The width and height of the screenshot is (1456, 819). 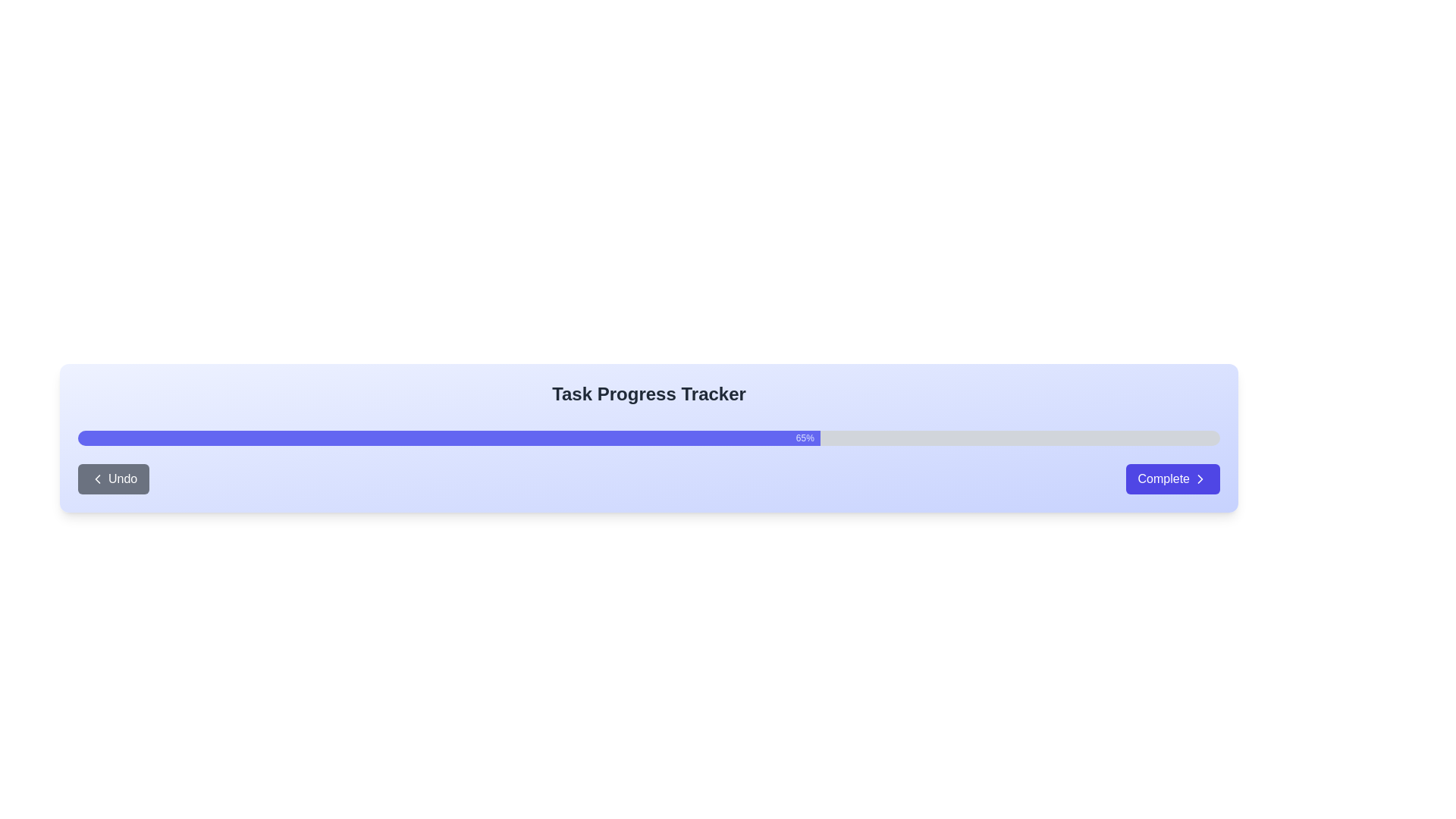 I want to click on the filled portion of the progress bar segment that is styled with a purple background and labeled '65%' at the right end, so click(x=448, y=438).